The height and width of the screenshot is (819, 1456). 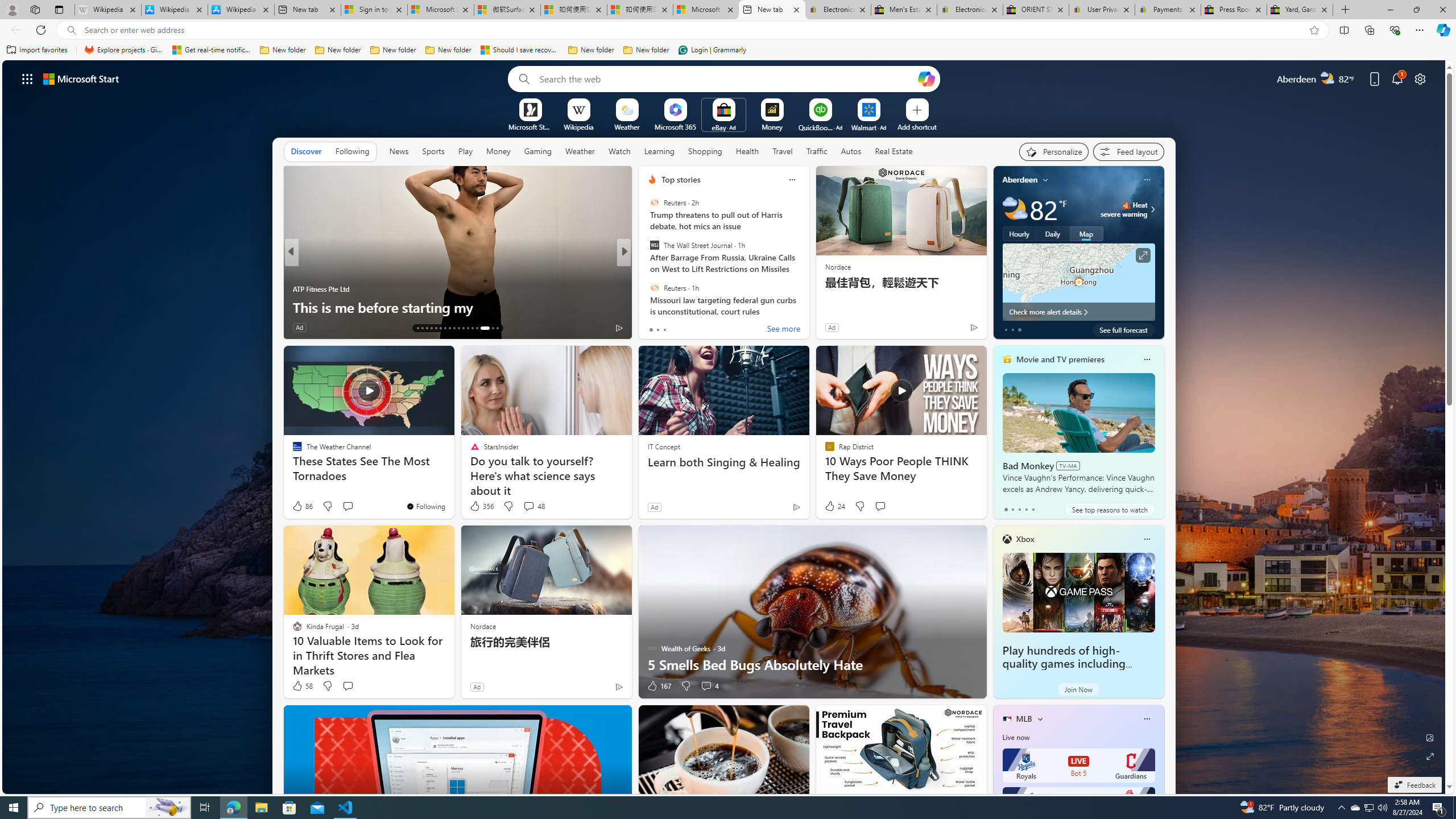 I want to click on 'AutomationID: tab-13', so click(x=417, y=328).